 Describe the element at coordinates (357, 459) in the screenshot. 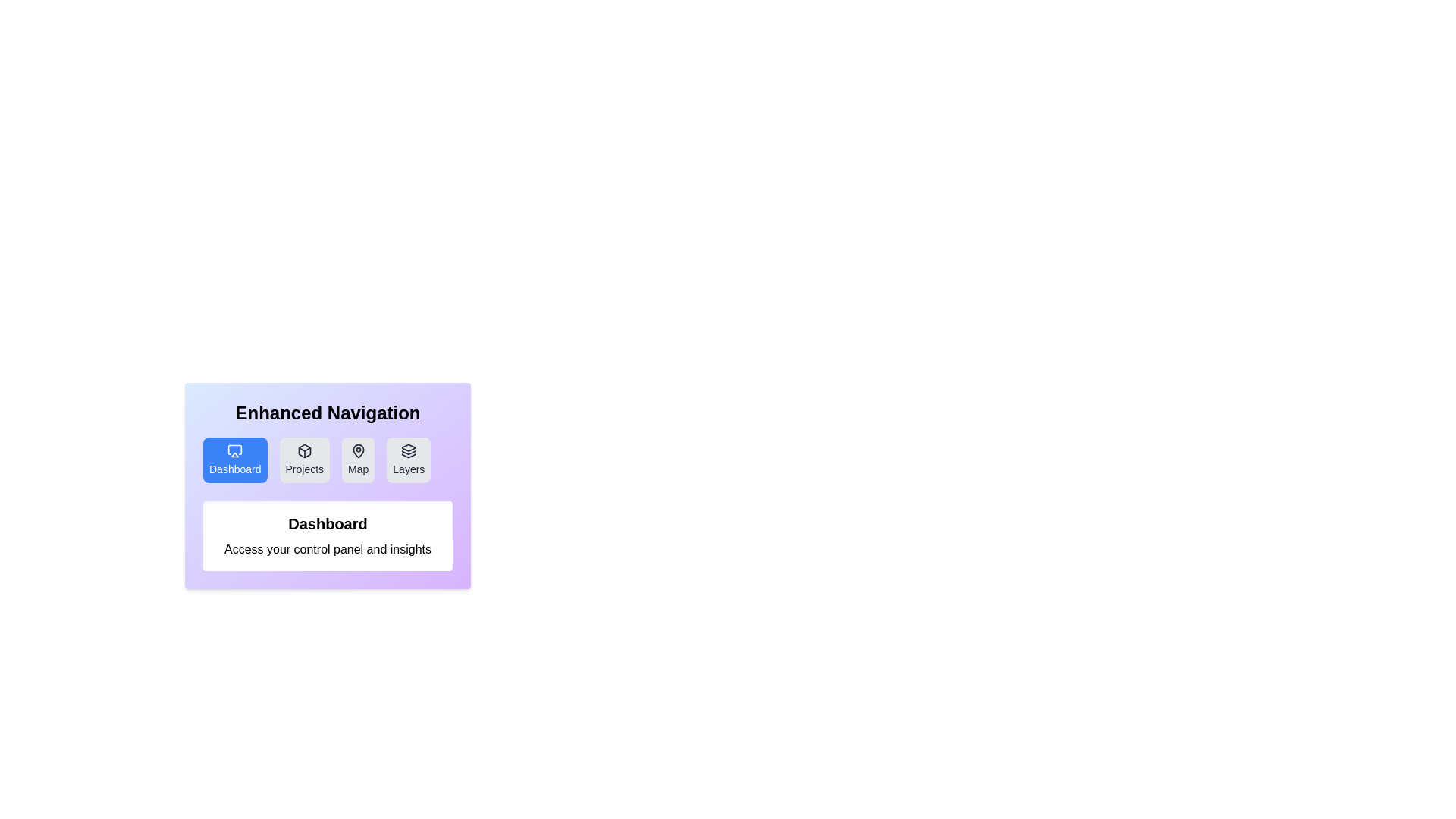

I see `the Map tab by clicking on its button` at that location.